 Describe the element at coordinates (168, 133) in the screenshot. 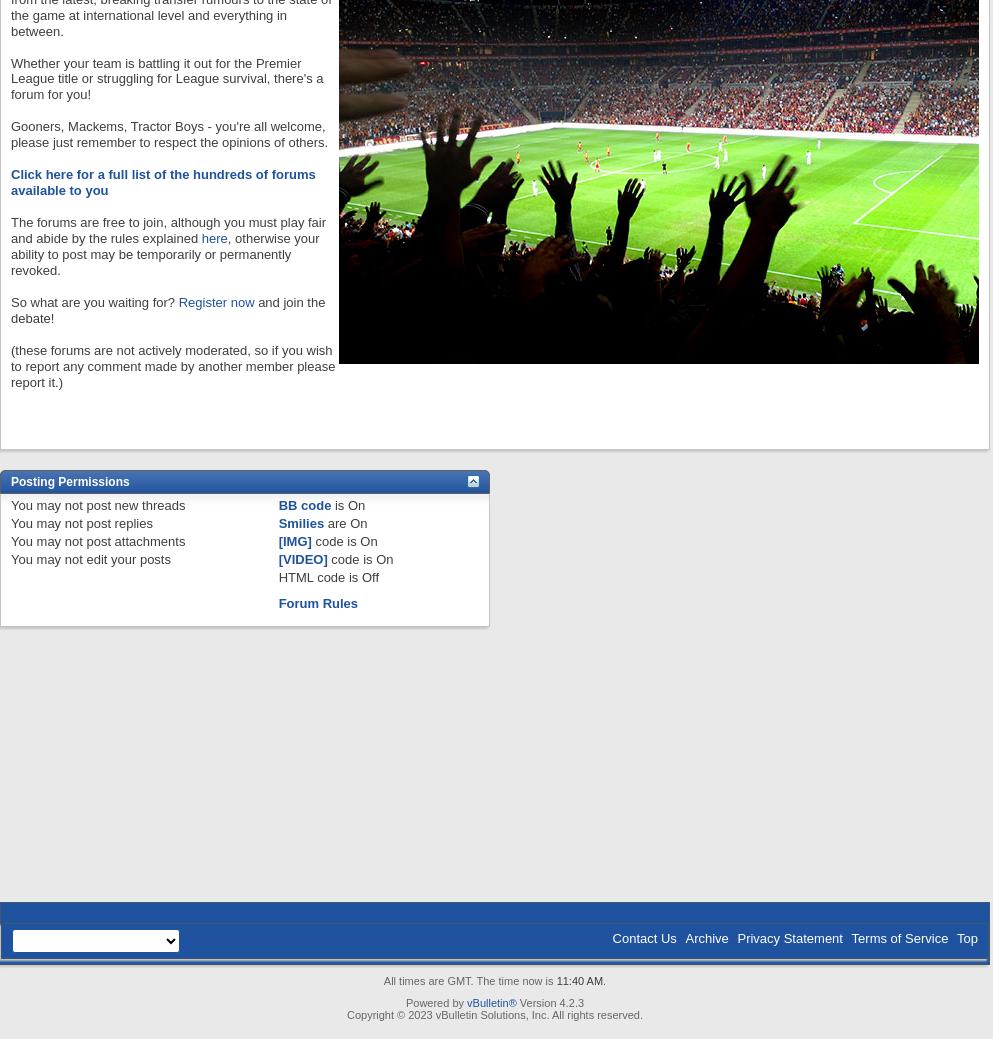

I see `'Gooners, Mackems, Tractor Boys - you're all welcome, please just remember to respect the opinions of others.'` at that location.